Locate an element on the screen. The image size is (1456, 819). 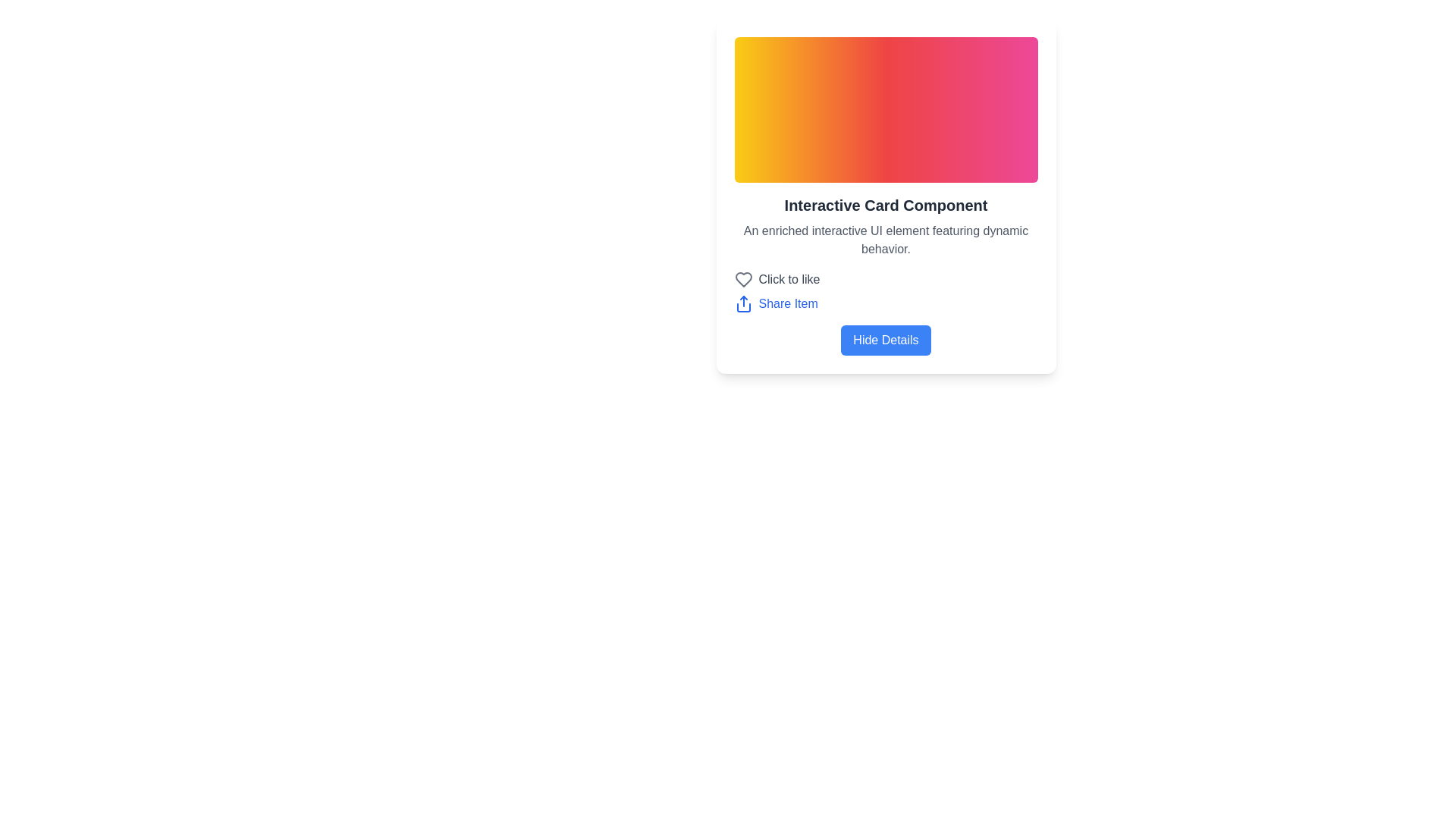
the SVG share icon, which is styled in blue and located to the left of the 'Share Item' text, positioned near the bottom section of a card layout is located at coordinates (743, 304).